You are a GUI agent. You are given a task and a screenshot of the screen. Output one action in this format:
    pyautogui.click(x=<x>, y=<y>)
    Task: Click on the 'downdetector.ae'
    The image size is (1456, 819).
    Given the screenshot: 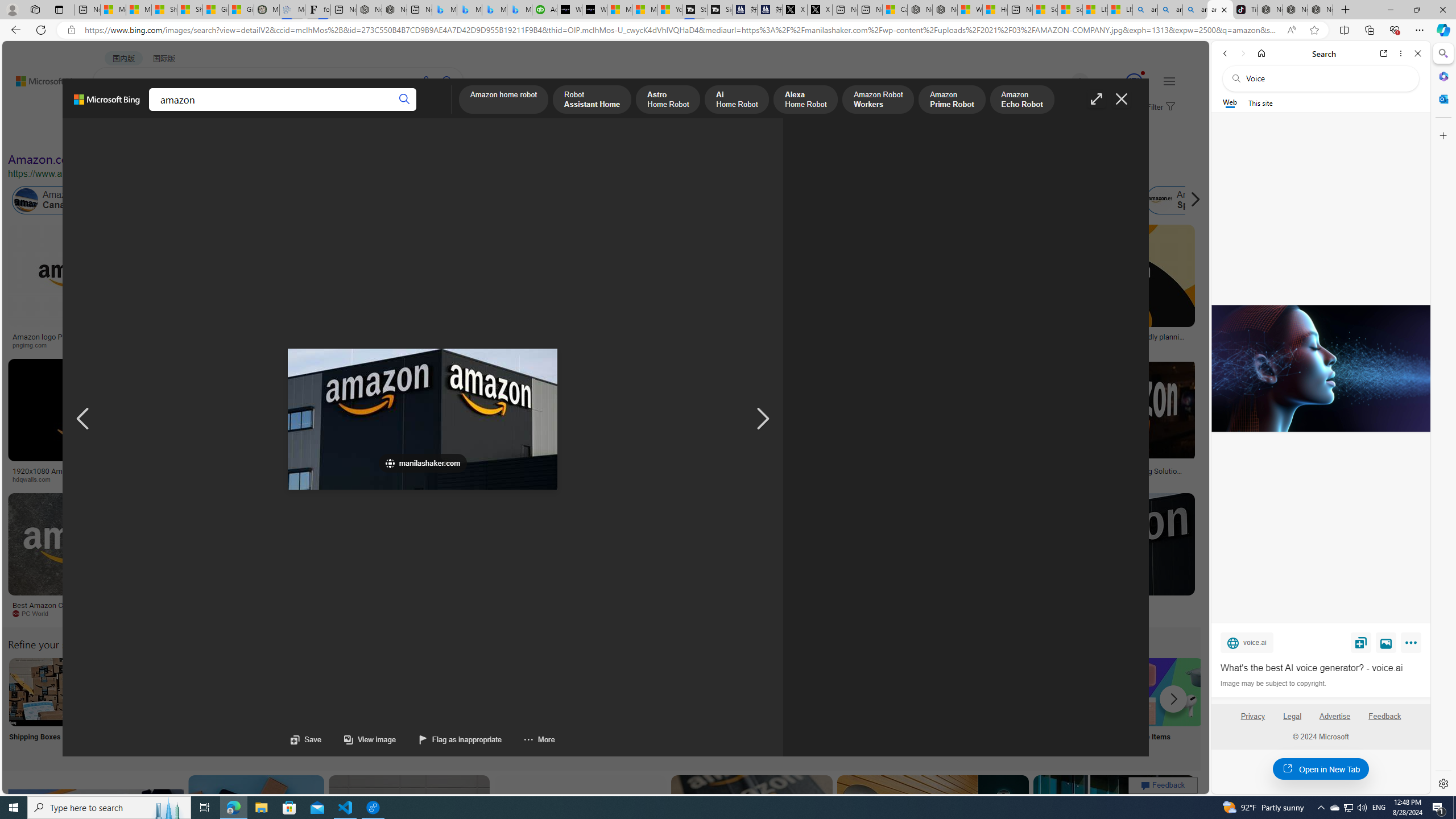 What is the action you would take?
    pyautogui.click(x=937, y=344)
    